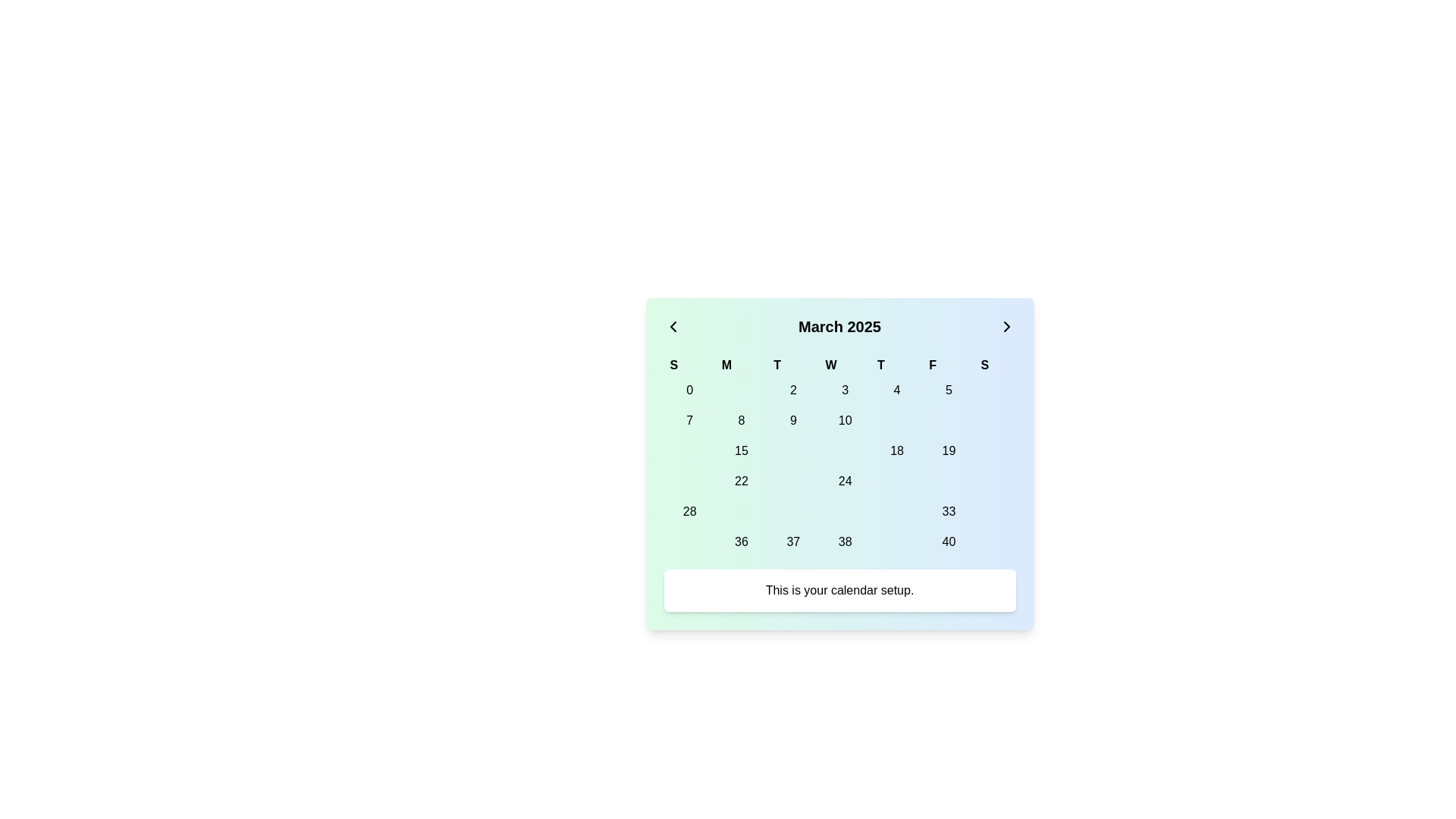 This screenshot has width=1456, height=819. Describe the element at coordinates (792, 482) in the screenshot. I see `the empty grid cell located in the third cell of the fourth row within the grid structure` at that location.